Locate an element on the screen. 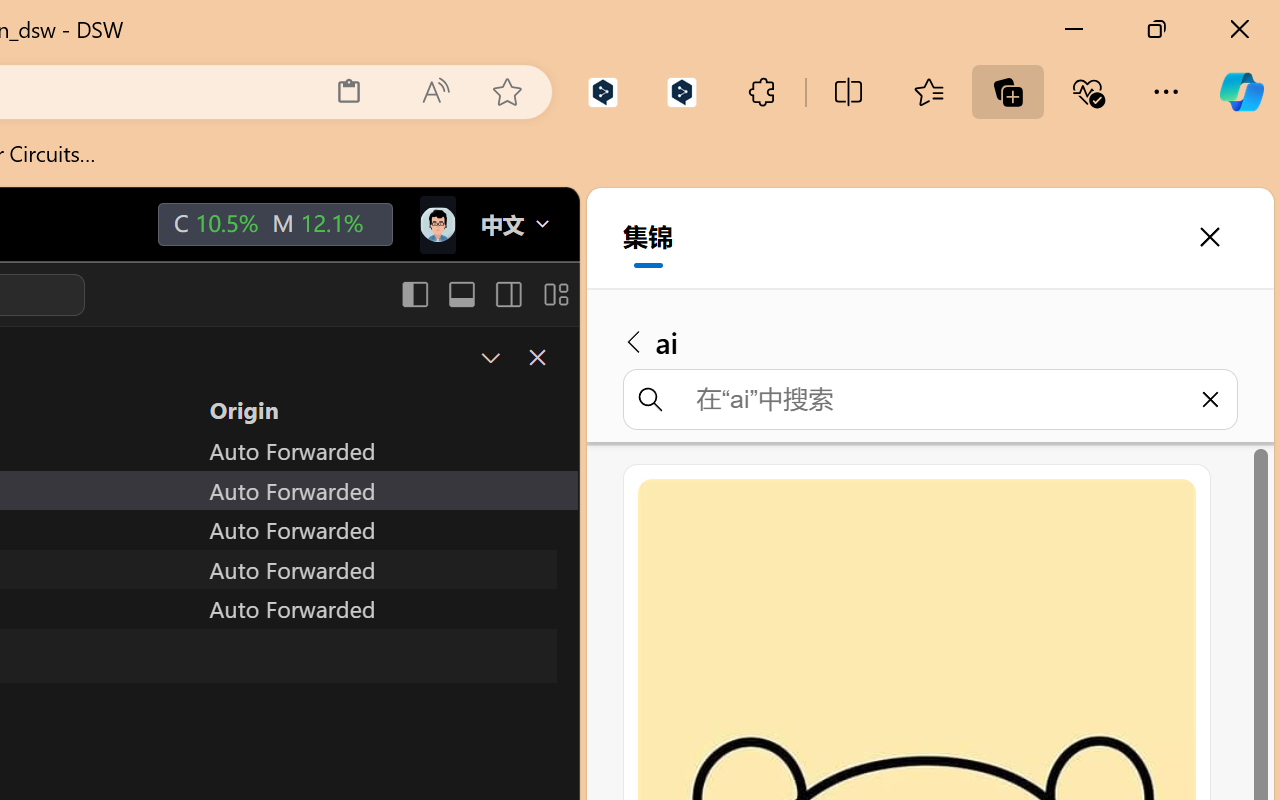  'Class: next-menu next-hoz widgets--iconMenu--BFkiHRM' is located at coordinates (435, 225).